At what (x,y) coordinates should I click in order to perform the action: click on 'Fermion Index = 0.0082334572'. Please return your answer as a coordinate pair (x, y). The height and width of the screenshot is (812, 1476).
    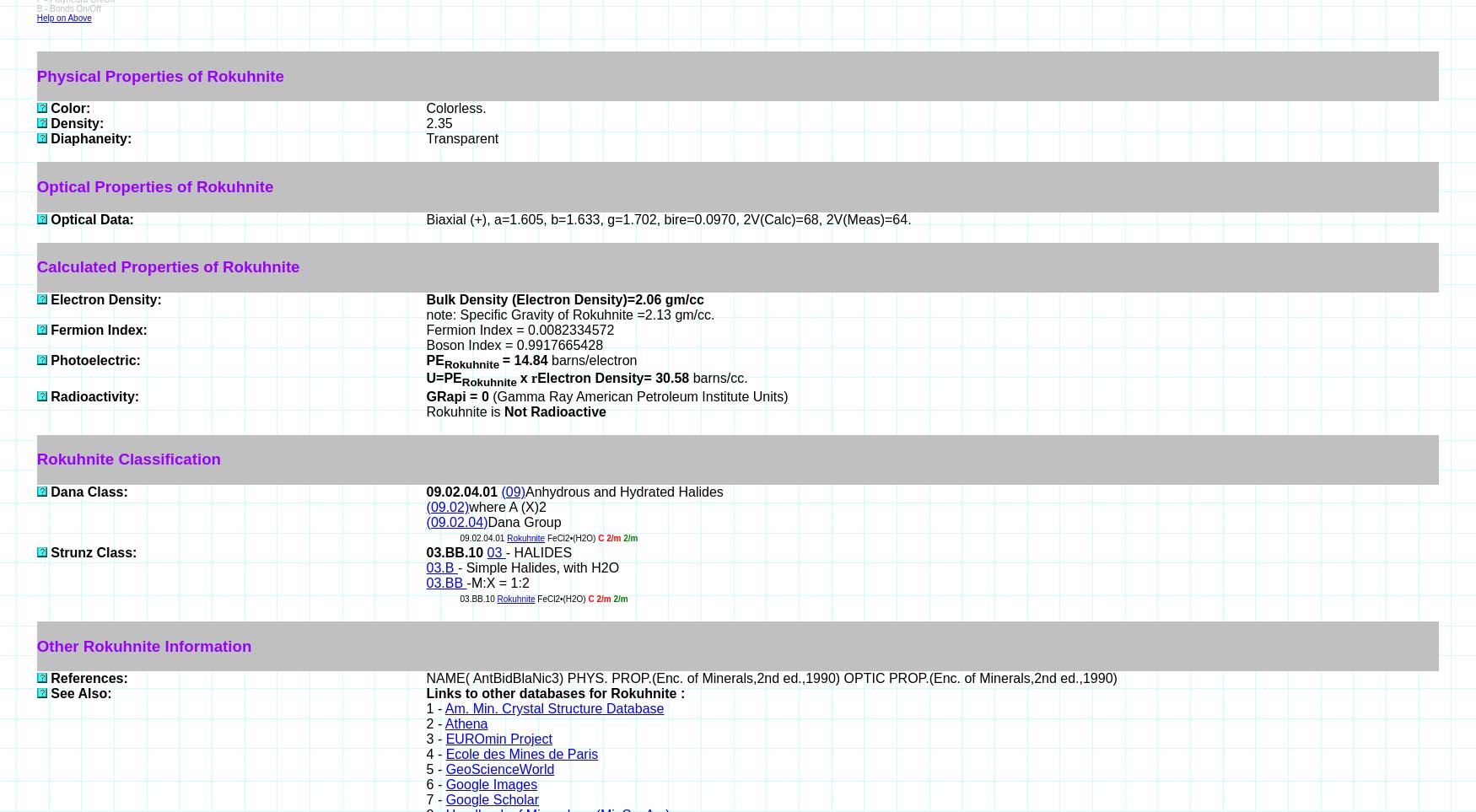
    Looking at the image, I should click on (520, 329).